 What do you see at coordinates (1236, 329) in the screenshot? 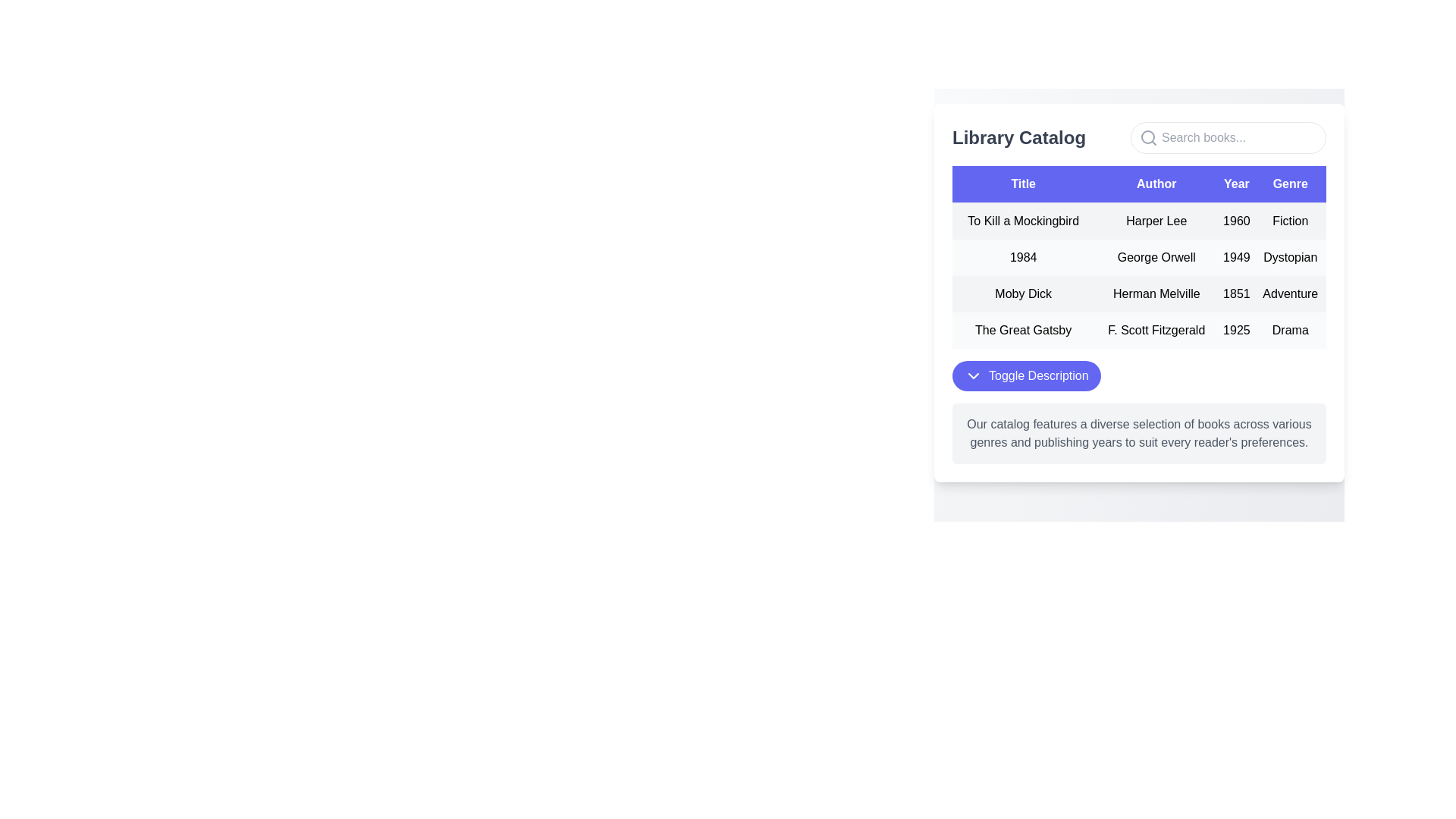
I see `the Text Display containing '1925' in the 'Year' column of the 'Library Catalog' table` at bounding box center [1236, 329].